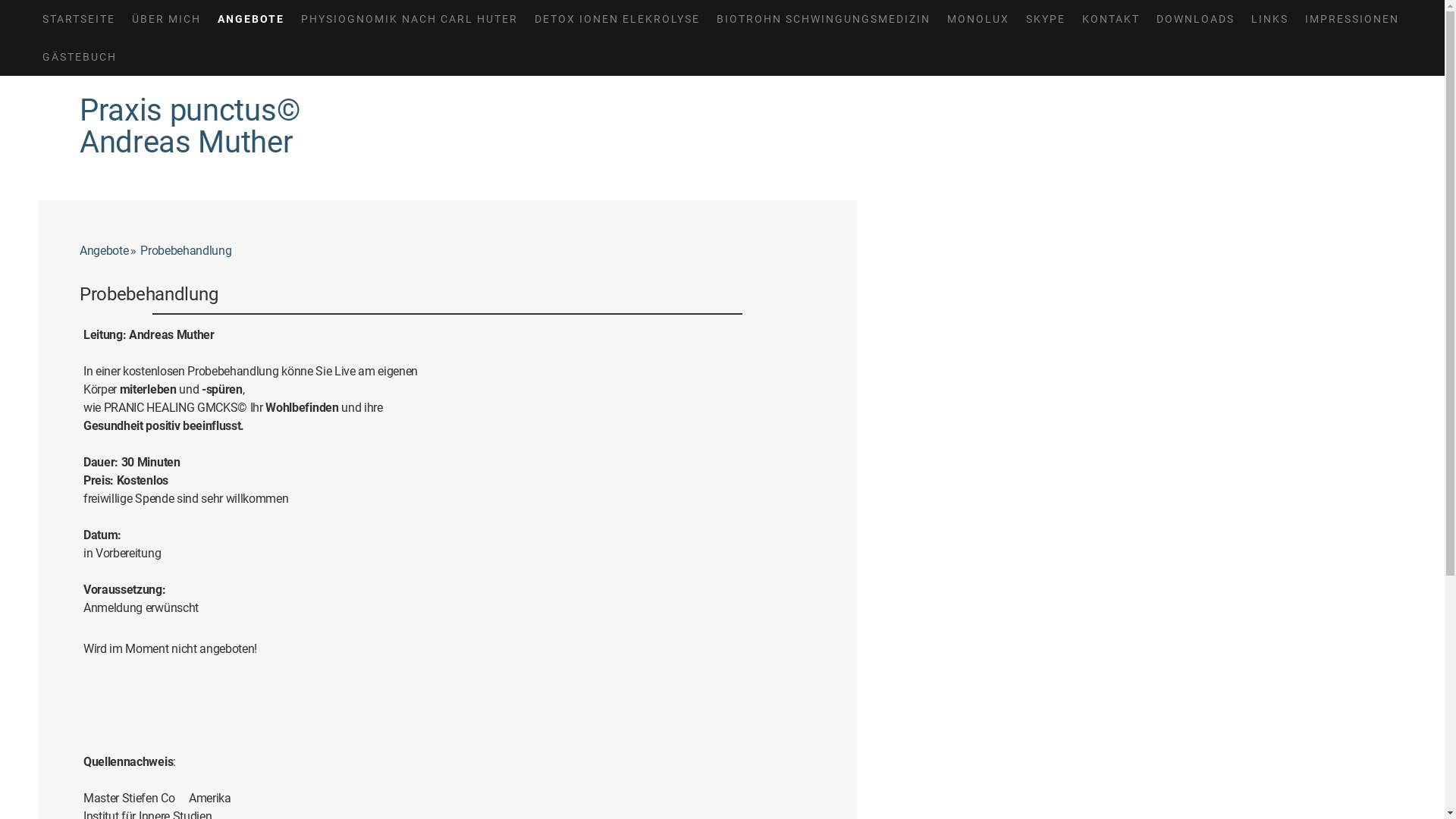 The height and width of the screenshot is (819, 1456). What do you see at coordinates (1110, 18) in the screenshot?
I see `'KONTAKT'` at bounding box center [1110, 18].